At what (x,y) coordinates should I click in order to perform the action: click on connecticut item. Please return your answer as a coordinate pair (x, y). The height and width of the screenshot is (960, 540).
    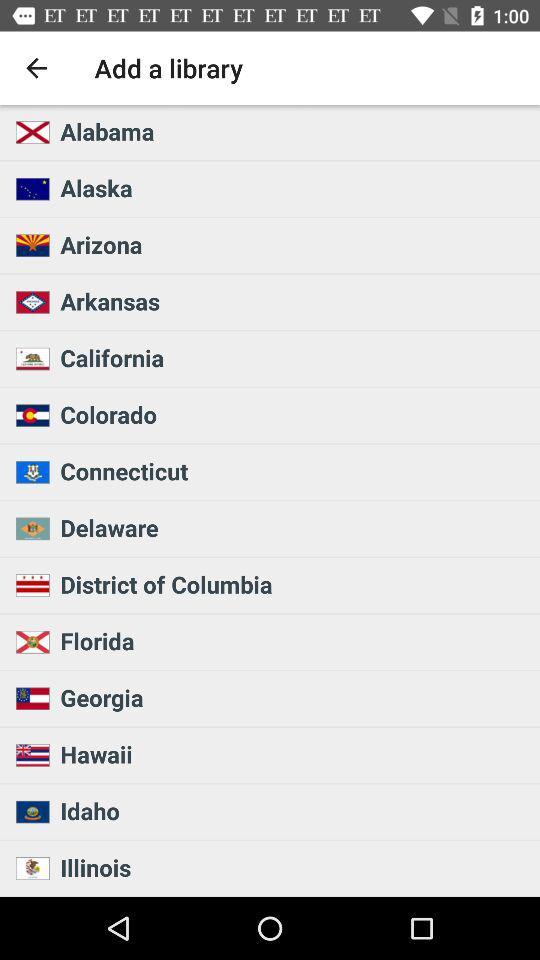
    Looking at the image, I should click on (293, 471).